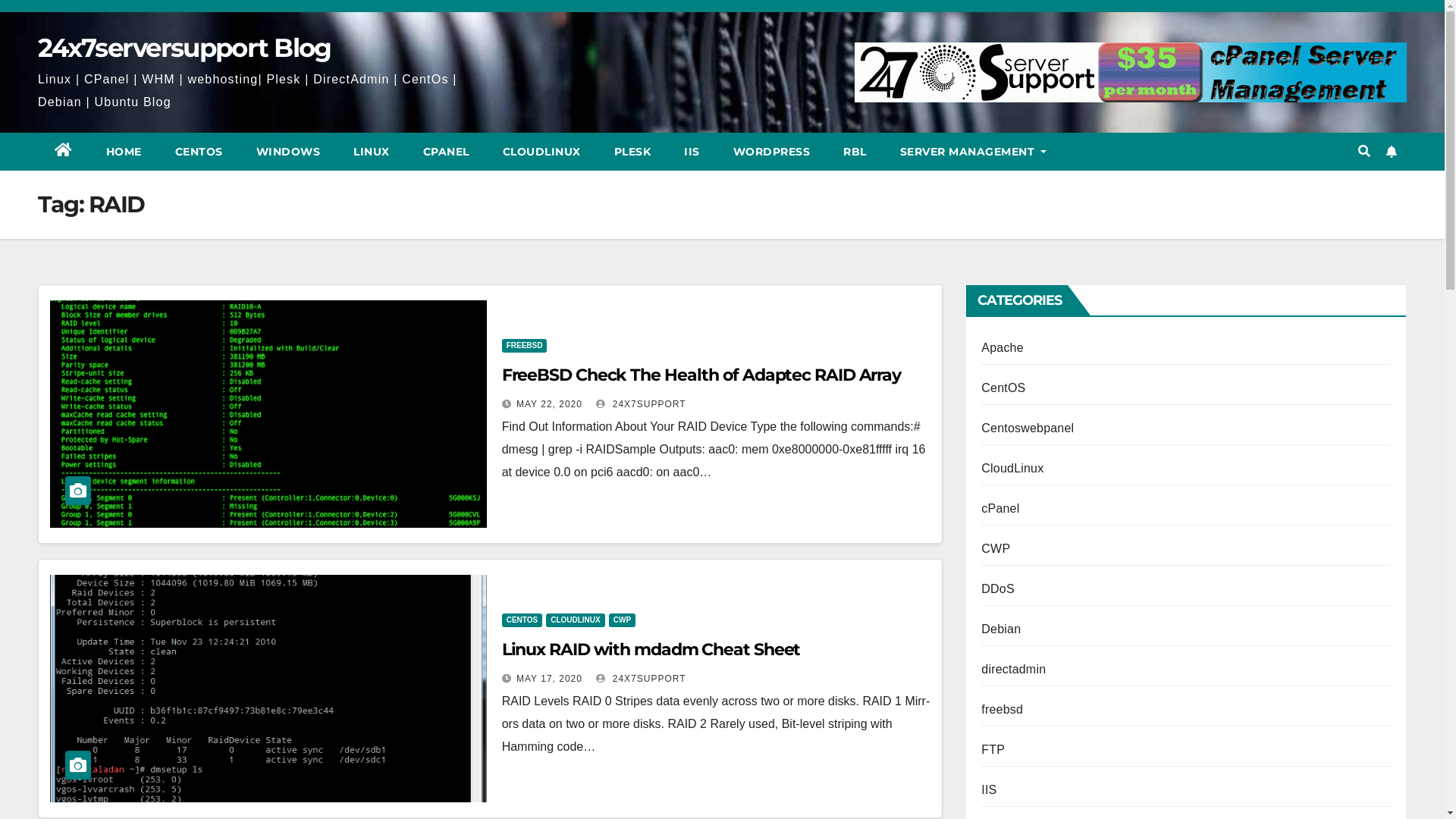  Describe the element at coordinates (184, 46) in the screenshot. I see `'24x7serversupport Blog'` at that location.